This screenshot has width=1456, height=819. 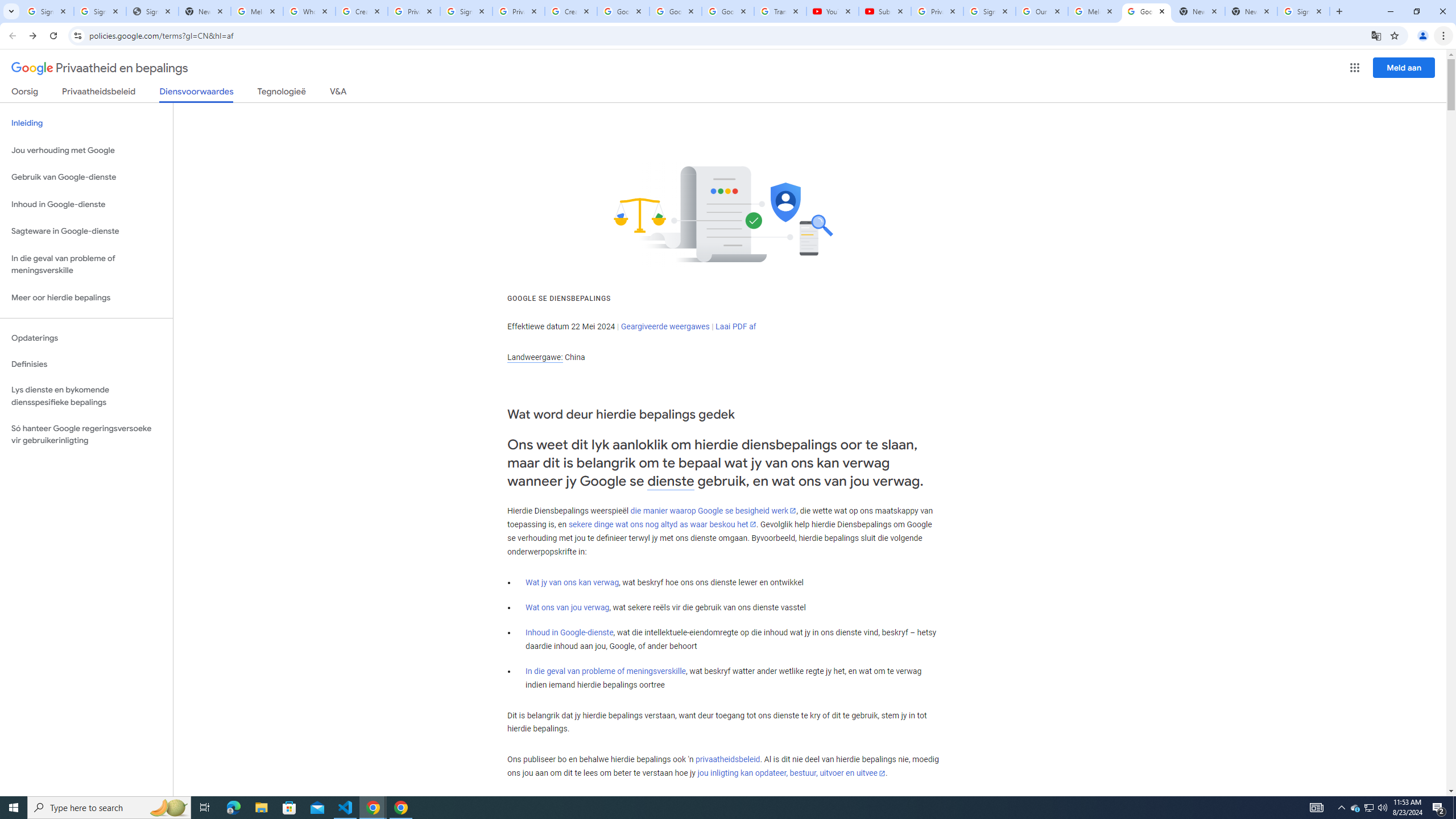 What do you see at coordinates (570, 11) in the screenshot?
I see `'Create your Google Account'` at bounding box center [570, 11].